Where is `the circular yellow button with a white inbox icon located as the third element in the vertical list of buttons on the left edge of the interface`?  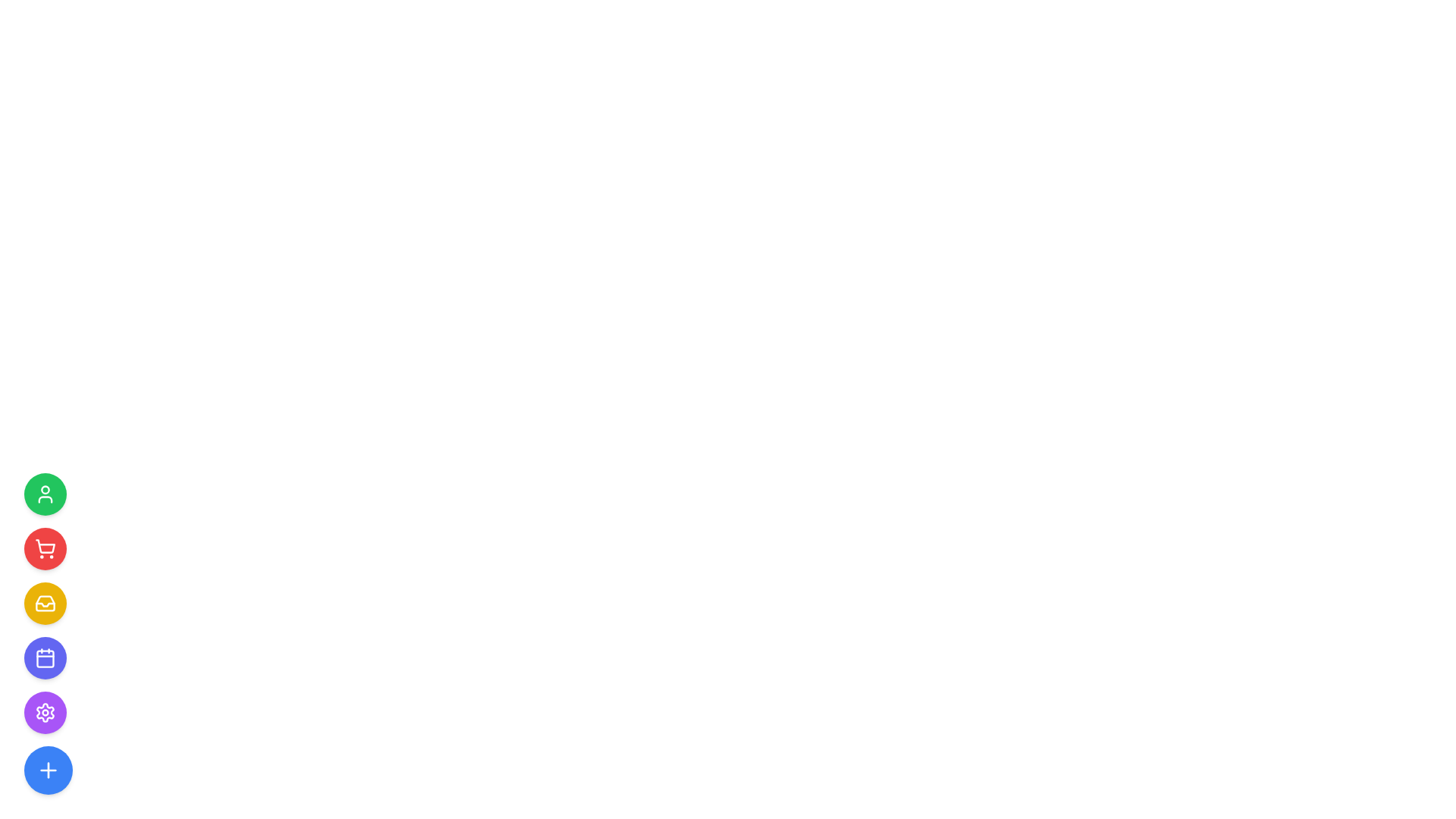
the circular yellow button with a white inbox icon located as the third element in the vertical list of buttons on the left edge of the interface is located at coordinates (45, 602).